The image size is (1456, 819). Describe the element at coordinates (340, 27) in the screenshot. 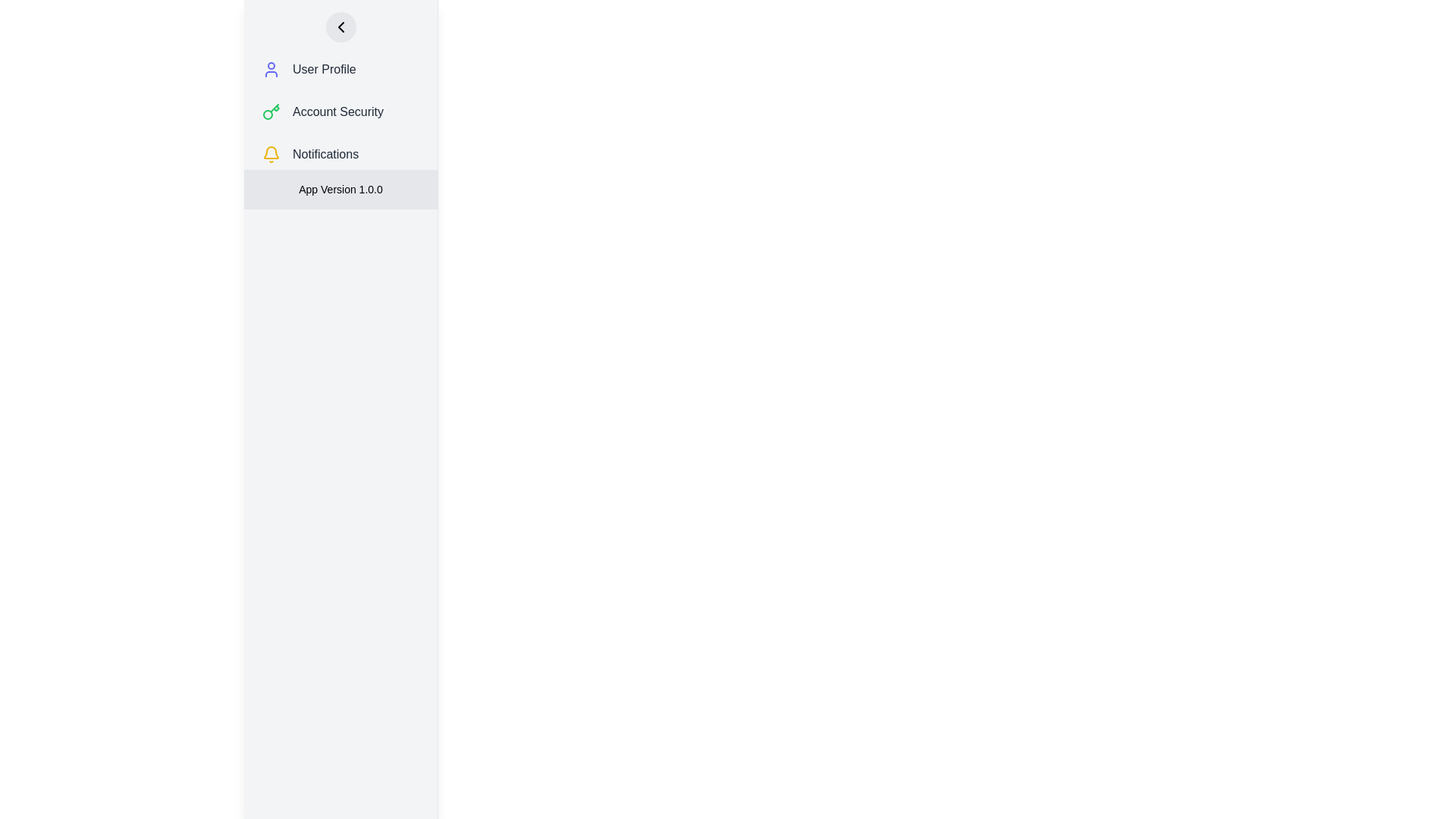

I see `the navigation icon located at the top-left corner of the left panel` at that location.